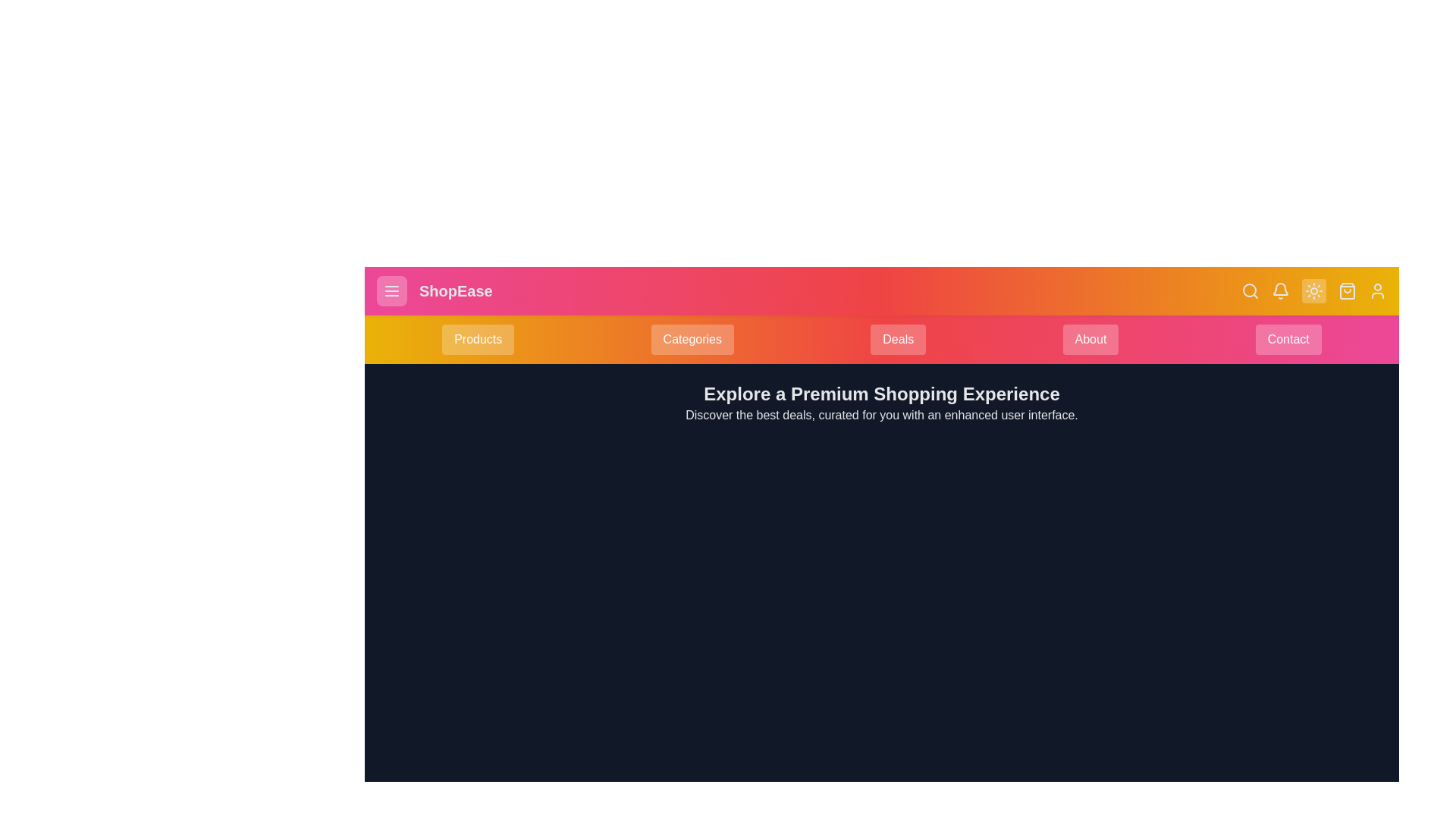 Image resolution: width=1456 pixels, height=819 pixels. I want to click on the About button in the navigation bar to navigate to the respective section, so click(1090, 338).